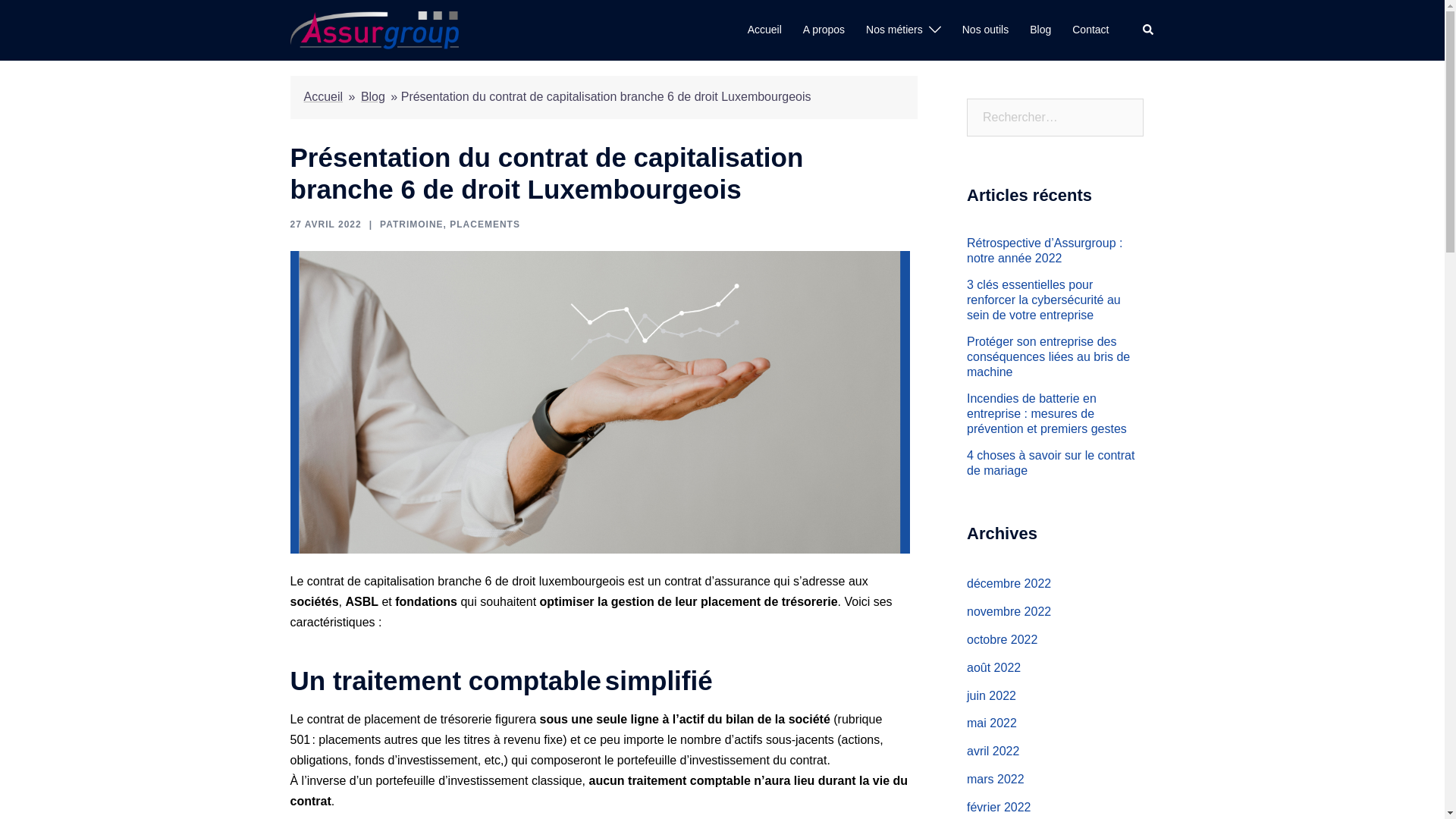  I want to click on 'Contact', so click(1090, 30).